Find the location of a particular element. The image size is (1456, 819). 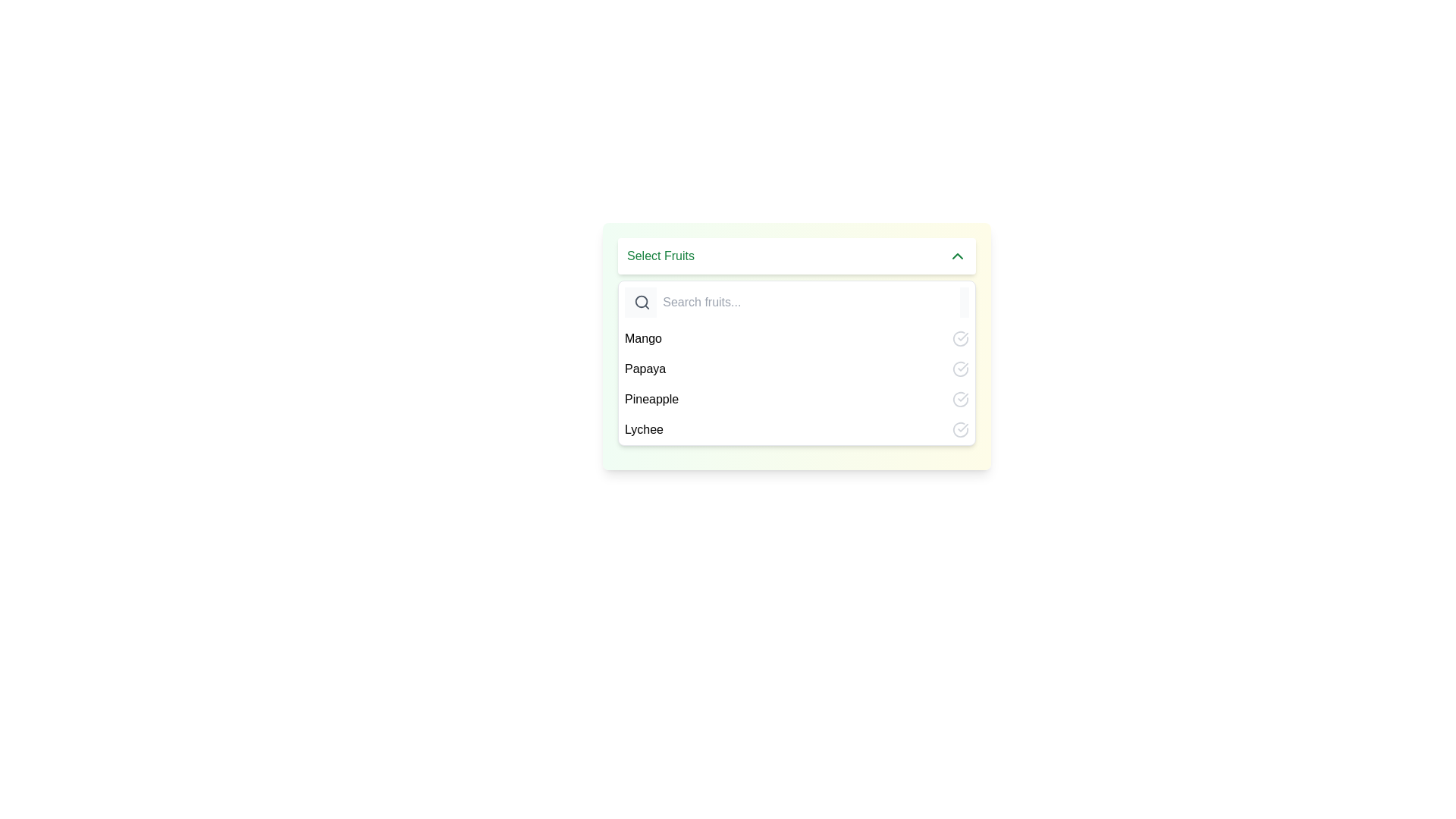

to select the 'Pineapple' item from the dropdown menu titled 'Select Fruits', which is the third item in the list is located at coordinates (796, 399).